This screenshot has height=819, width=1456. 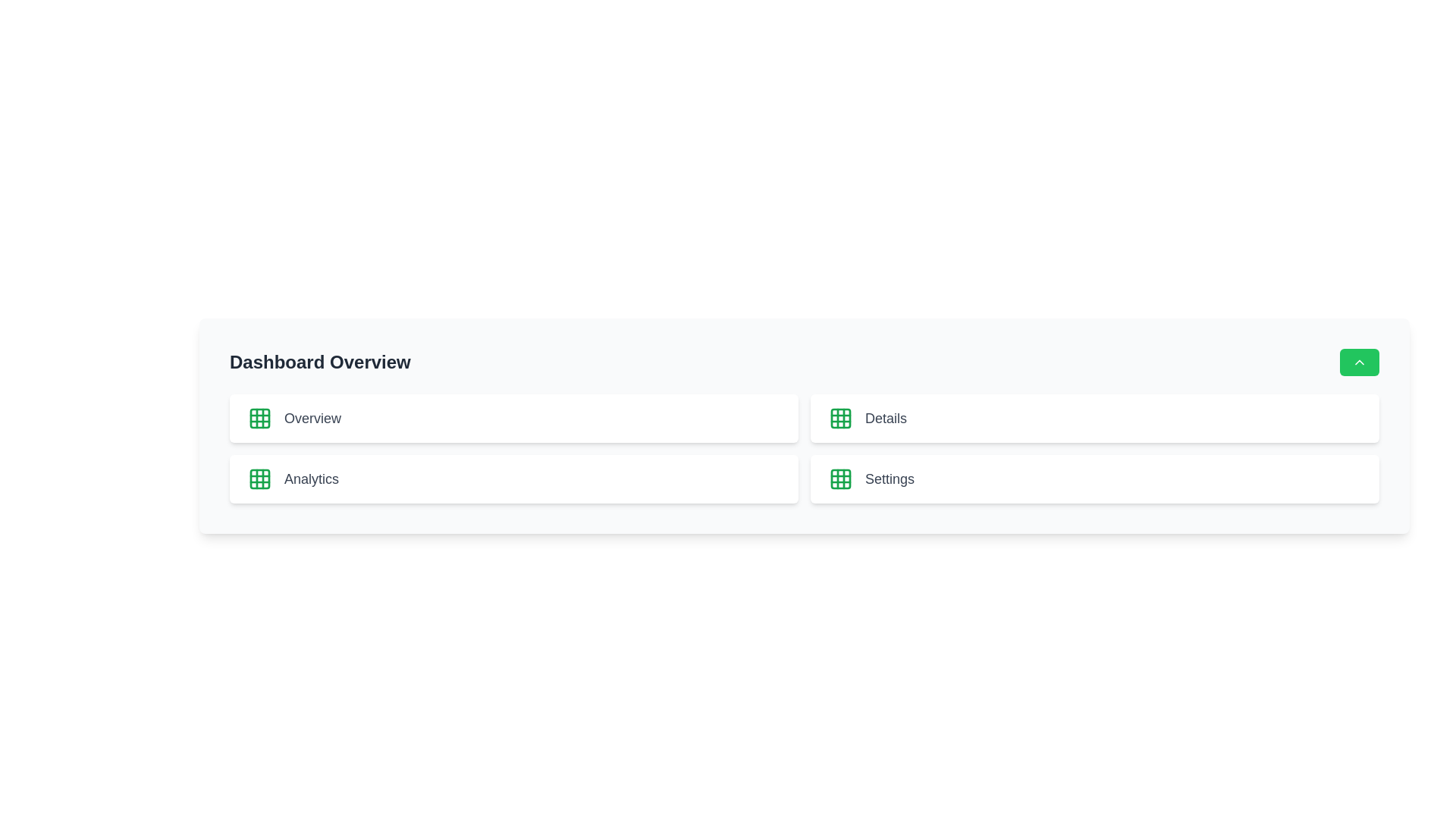 I want to click on the 'Overview' label in the dashboard section, which is located to the right of the green grid icon, so click(x=312, y=418).